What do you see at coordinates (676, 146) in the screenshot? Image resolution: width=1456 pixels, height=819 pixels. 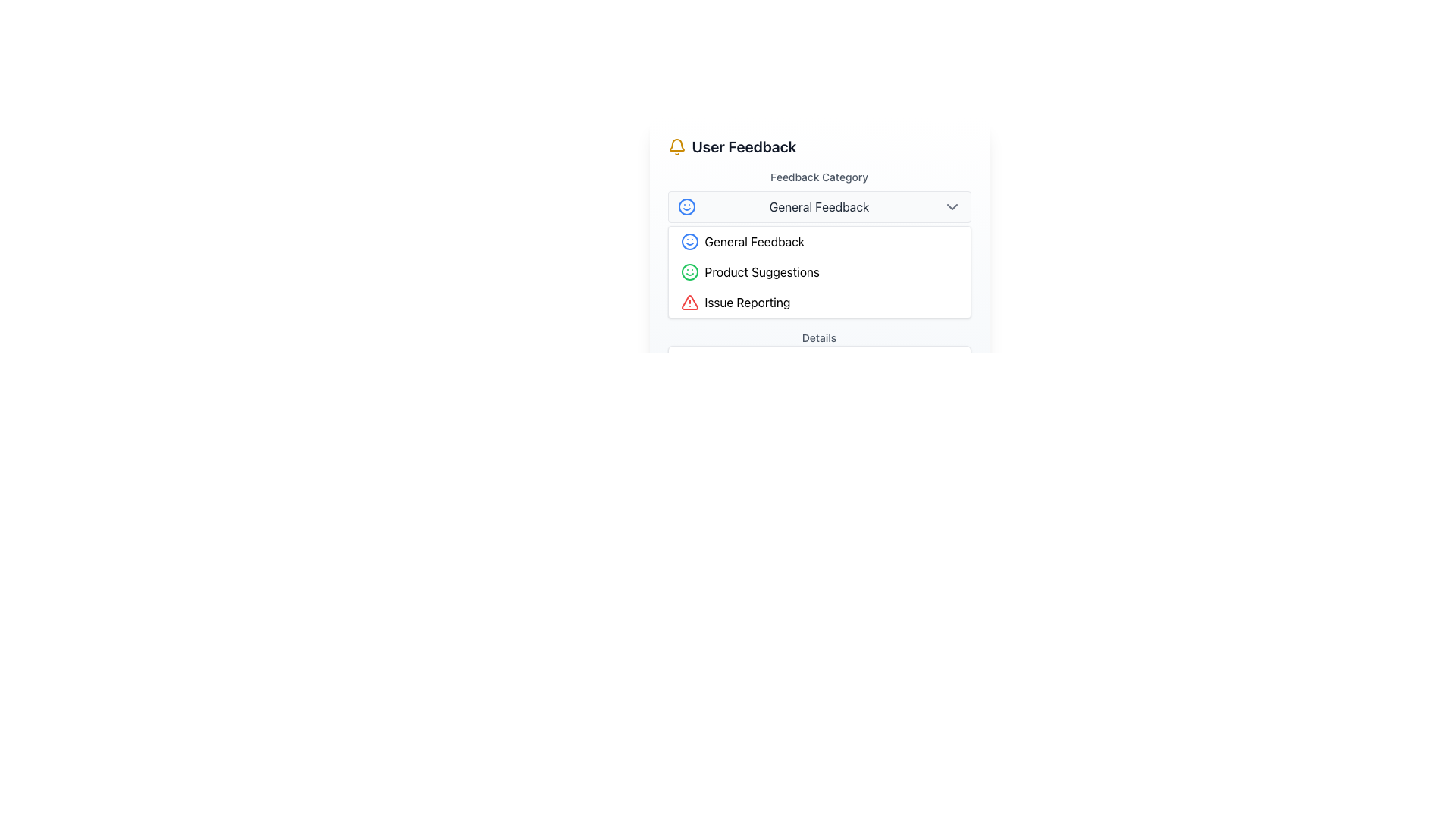 I see `the bell-shaped icon with a yellow stroke design located to the left of the 'User Feedback' text` at bounding box center [676, 146].